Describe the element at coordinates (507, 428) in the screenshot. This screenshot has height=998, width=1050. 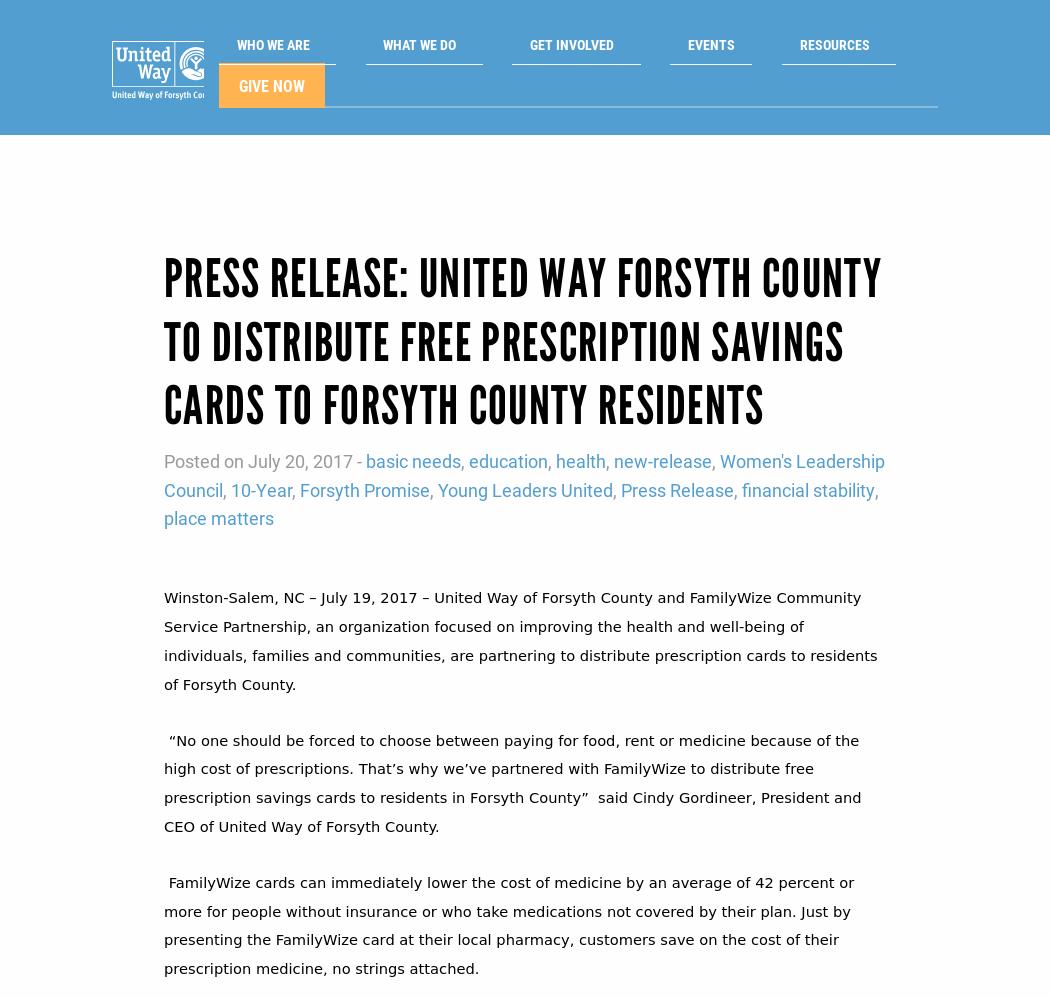
I see `'education'` at that location.